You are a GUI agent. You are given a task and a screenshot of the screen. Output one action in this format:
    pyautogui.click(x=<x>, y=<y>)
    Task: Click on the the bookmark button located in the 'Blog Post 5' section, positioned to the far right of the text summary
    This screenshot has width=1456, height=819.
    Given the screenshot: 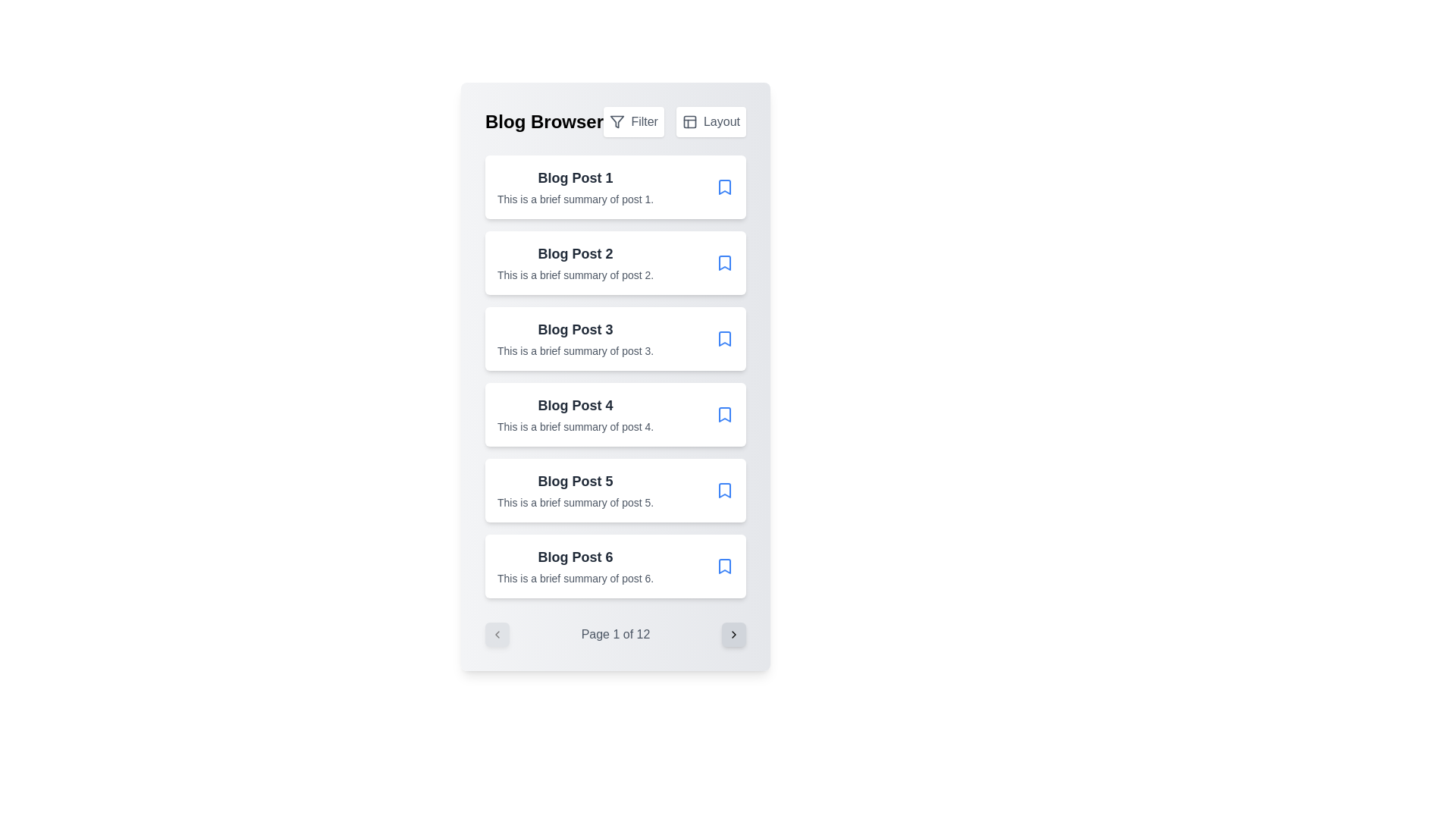 What is the action you would take?
    pyautogui.click(x=723, y=491)
    